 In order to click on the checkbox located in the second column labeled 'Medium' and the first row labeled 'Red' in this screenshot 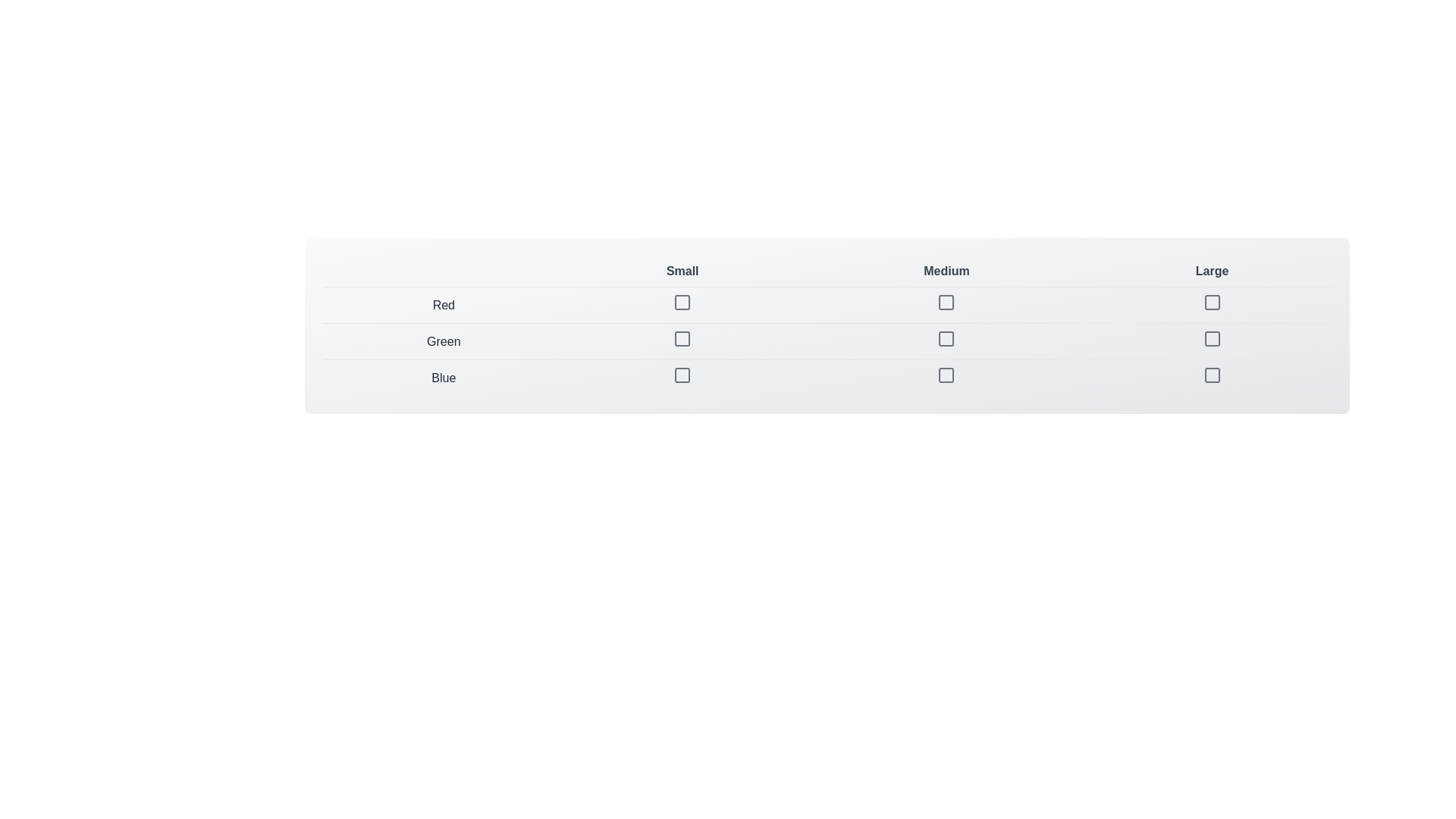, I will do `click(946, 302)`.